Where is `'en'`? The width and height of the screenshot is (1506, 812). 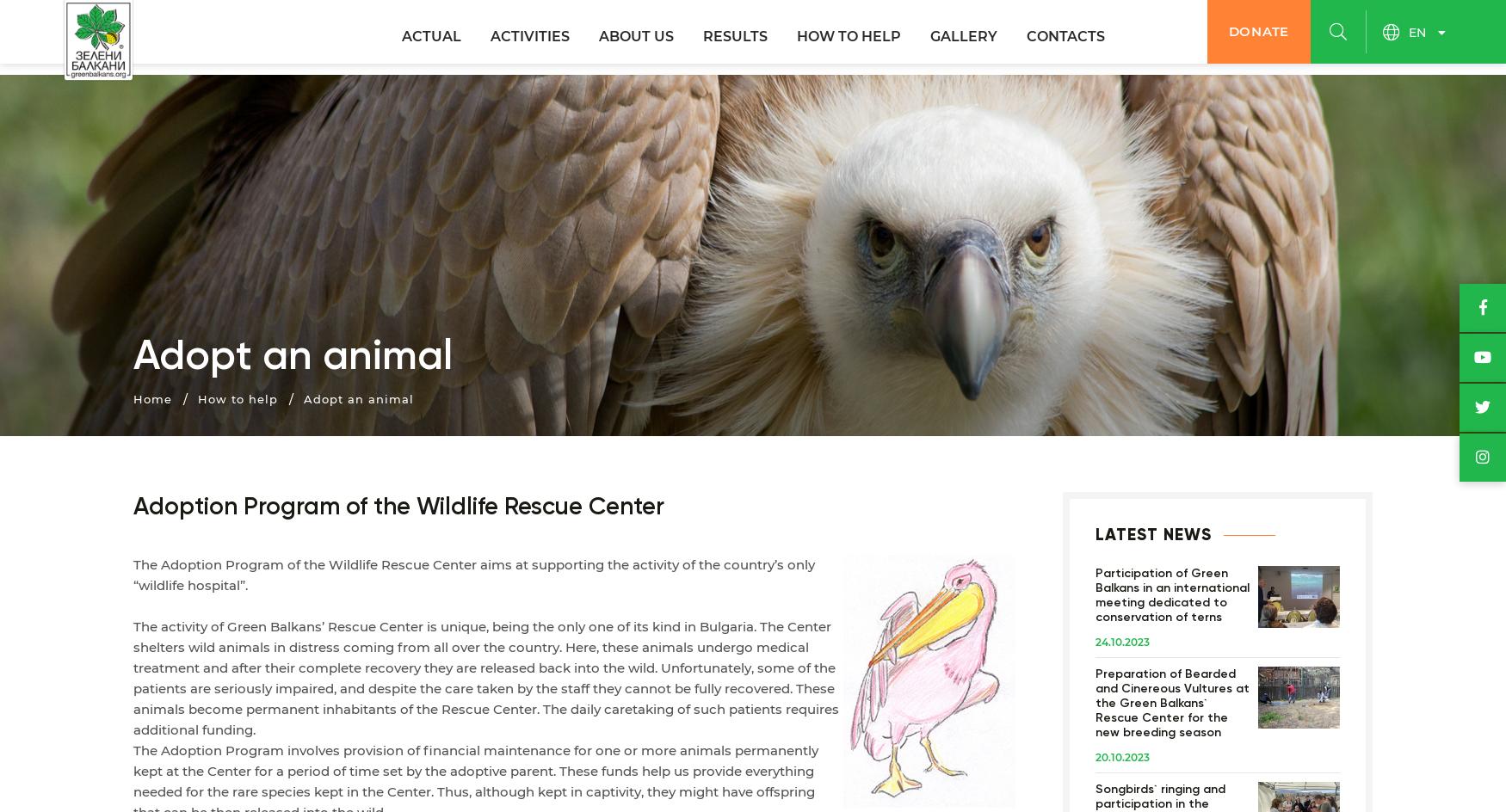
'en' is located at coordinates (1418, 37).